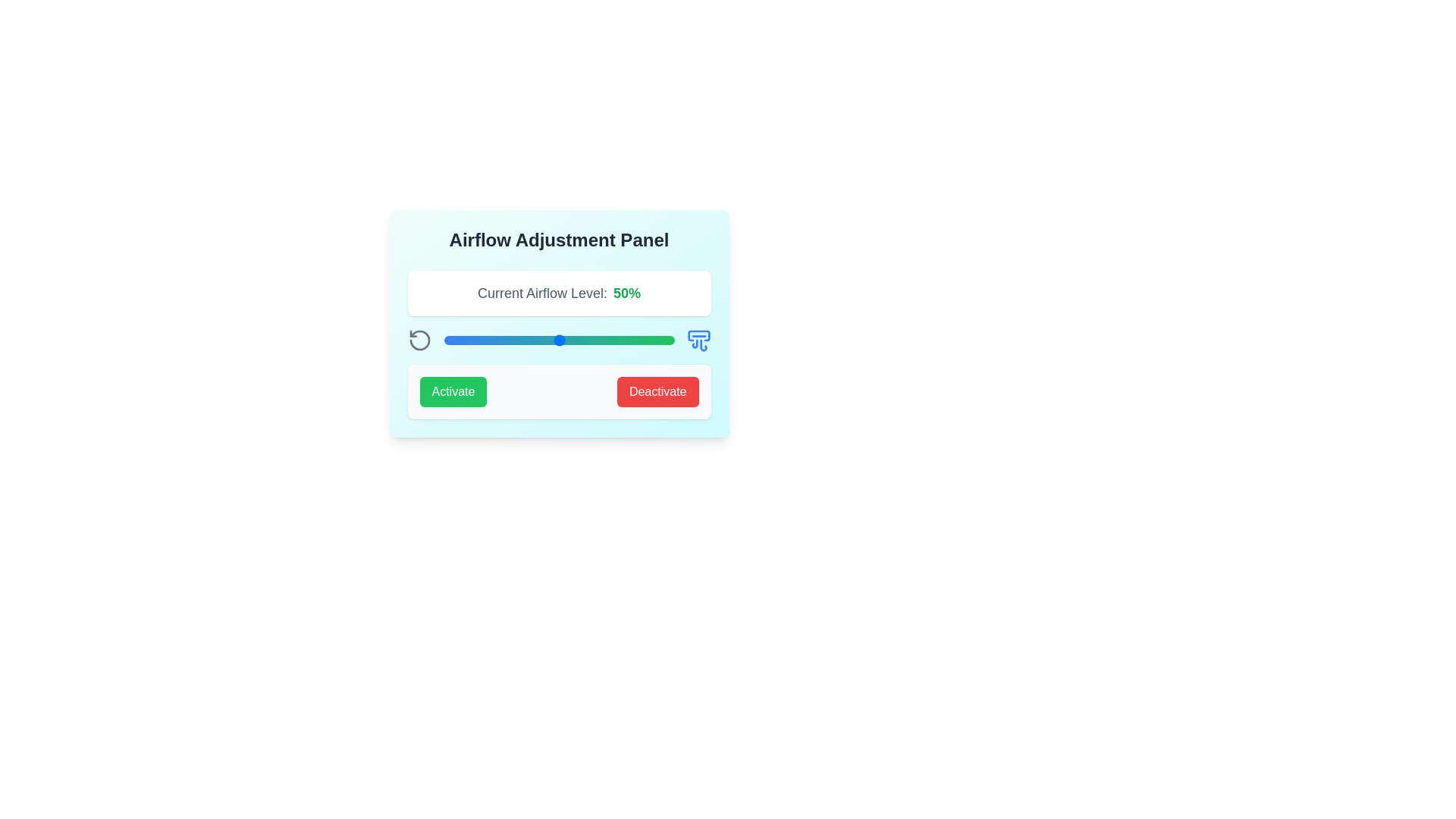 Image resolution: width=1456 pixels, height=819 pixels. Describe the element at coordinates (482, 339) in the screenshot. I see `the airflow level to 17% by moving the slider` at that location.